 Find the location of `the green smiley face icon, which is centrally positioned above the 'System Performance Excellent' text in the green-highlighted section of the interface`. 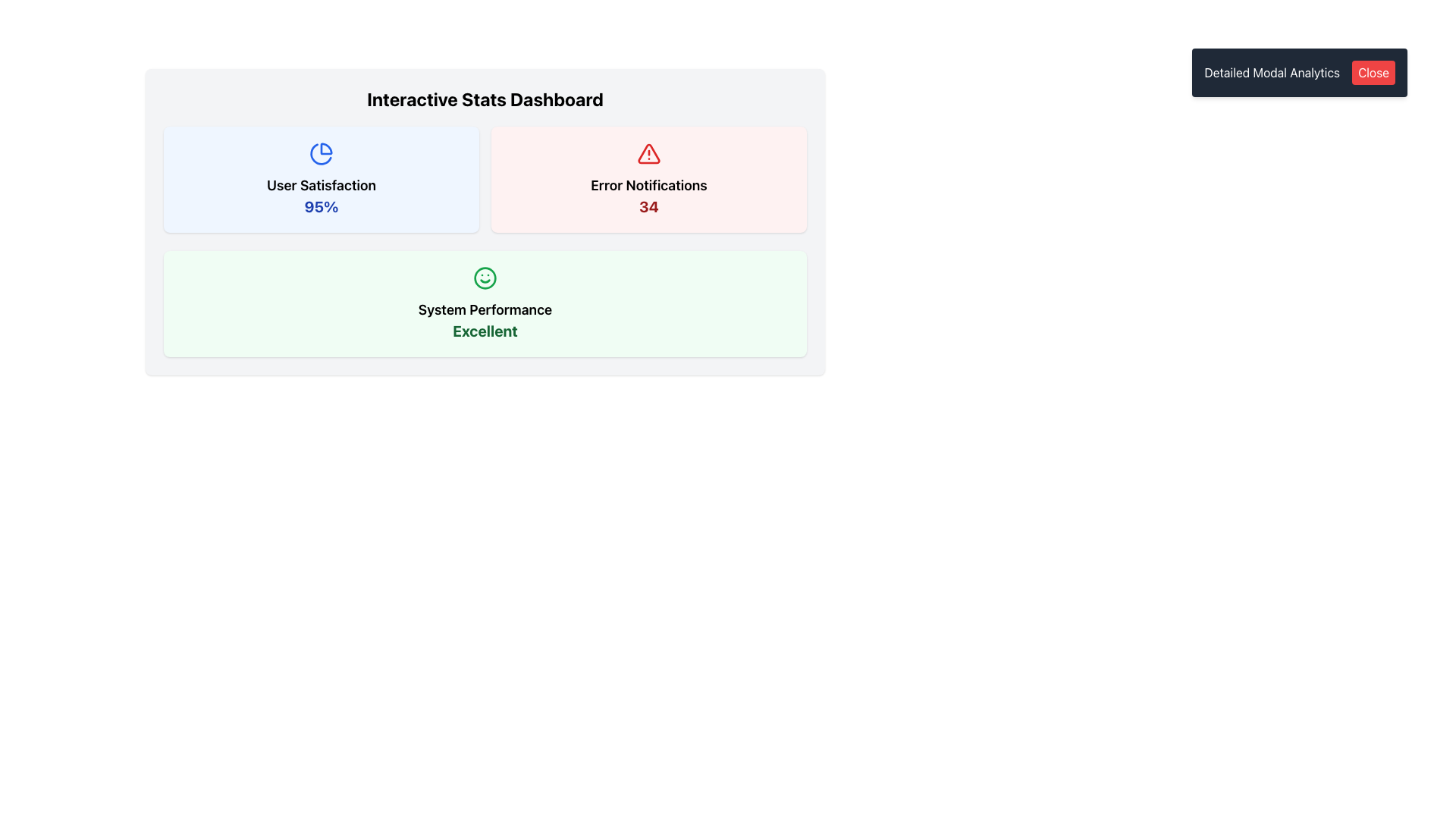

the green smiley face icon, which is centrally positioned above the 'System Performance Excellent' text in the green-highlighted section of the interface is located at coordinates (484, 278).